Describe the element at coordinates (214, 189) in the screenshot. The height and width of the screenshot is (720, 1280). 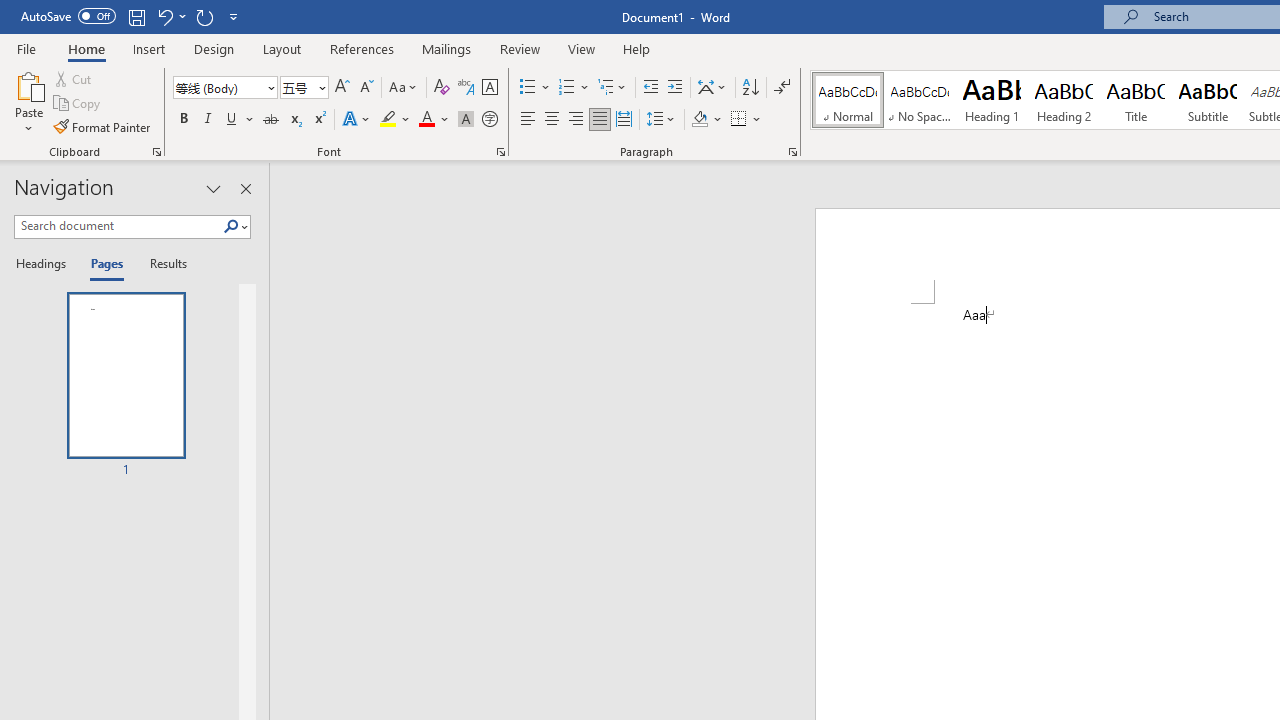
I see `'Task Pane Options'` at that location.